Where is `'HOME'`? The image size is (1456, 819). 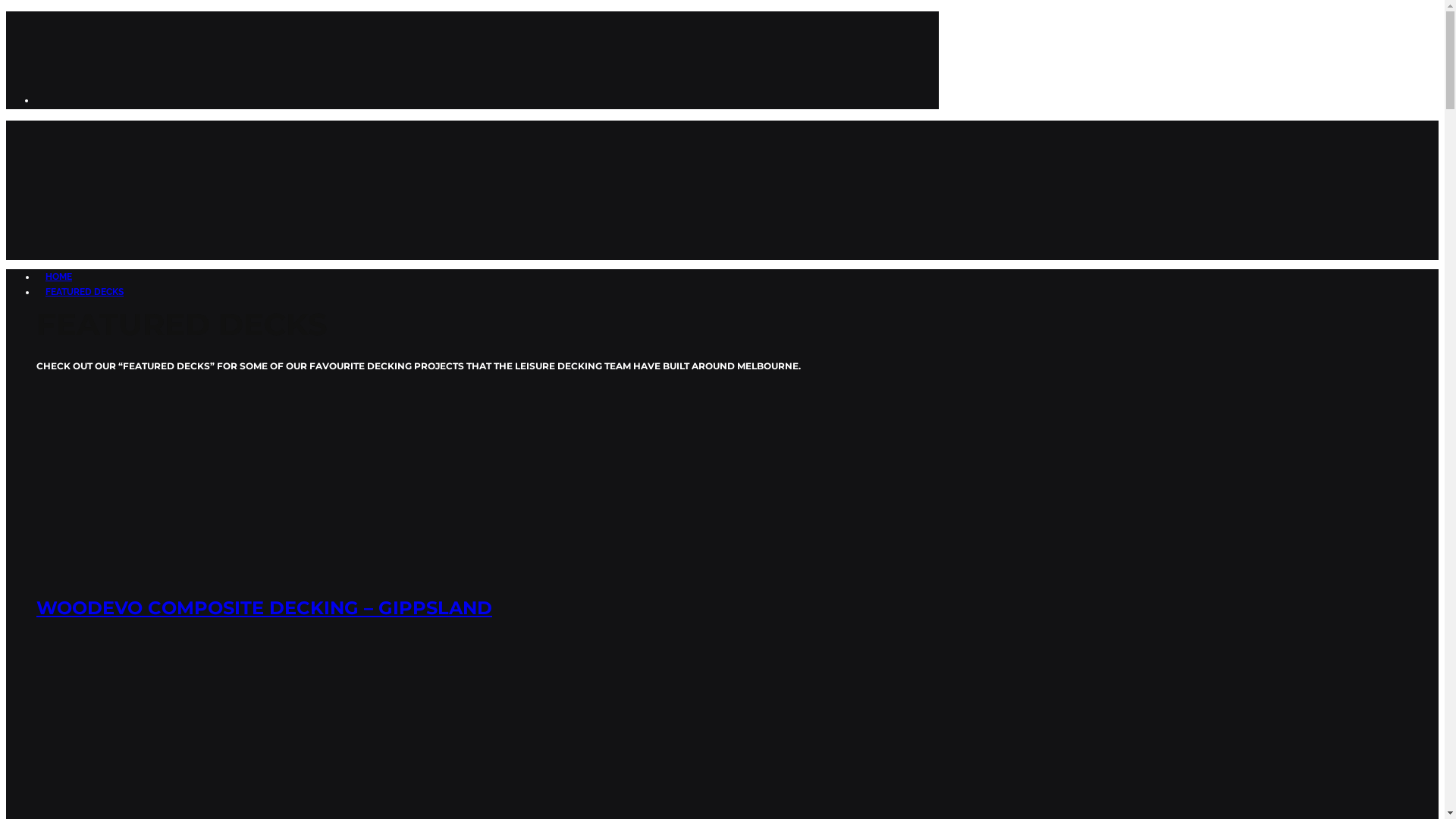 'HOME' is located at coordinates (58, 277).